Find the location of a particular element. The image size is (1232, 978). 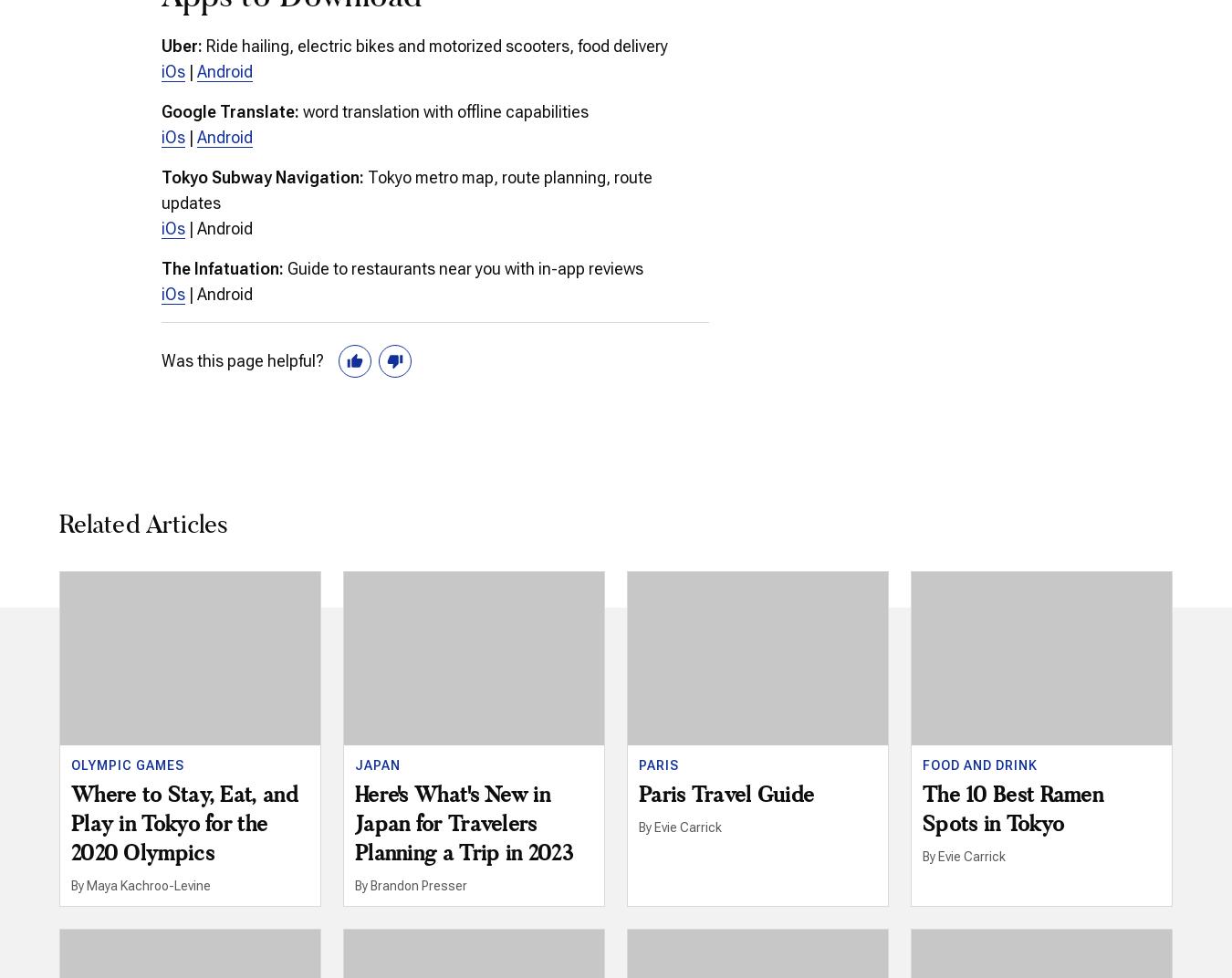

'Paris Travel Guide' is located at coordinates (726, 794).